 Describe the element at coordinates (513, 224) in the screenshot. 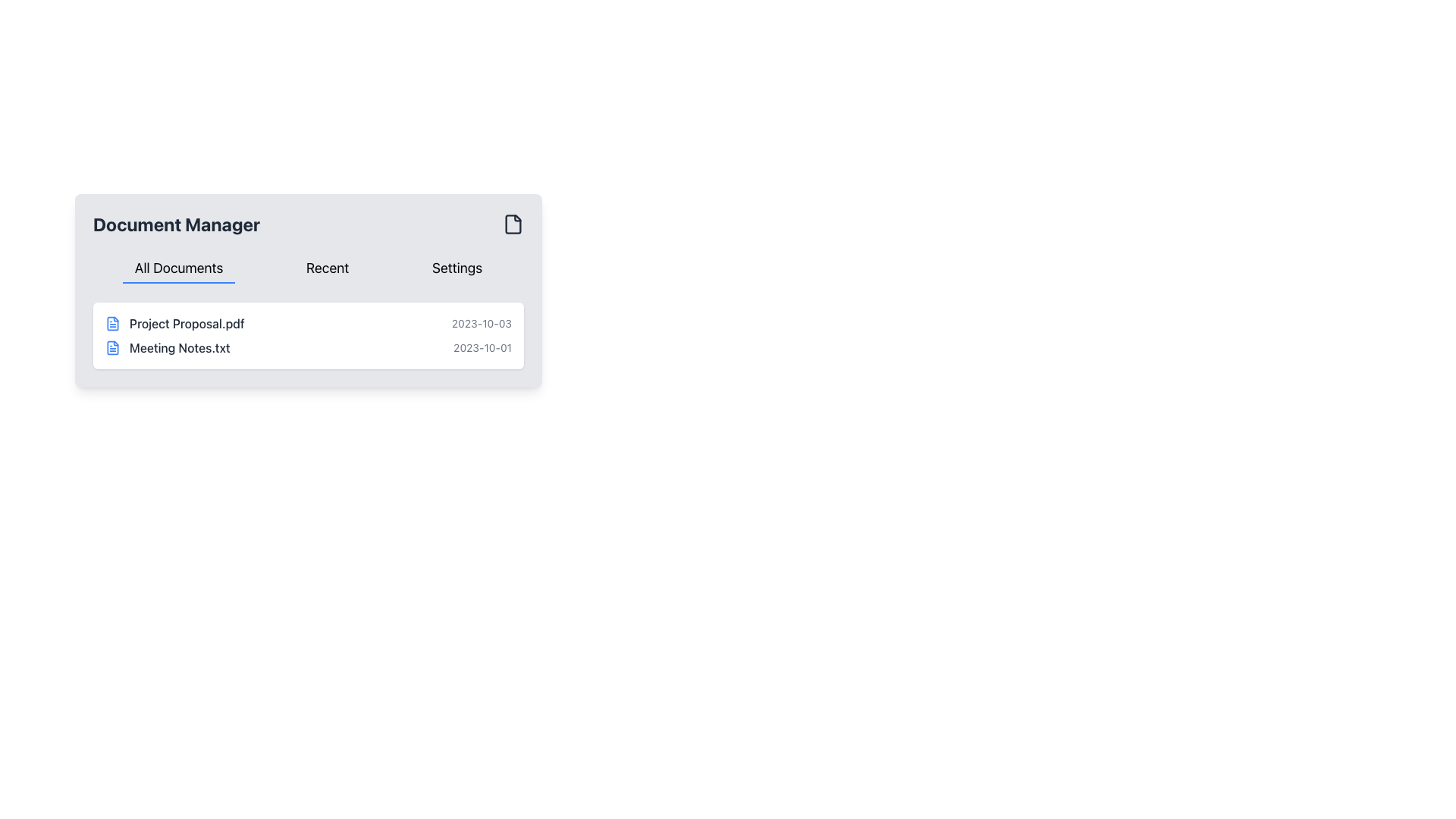

I see `the icon resembling a sheet of paper with a folded corner, located at the top-right corner of the 'Document Manager' section` at that location.